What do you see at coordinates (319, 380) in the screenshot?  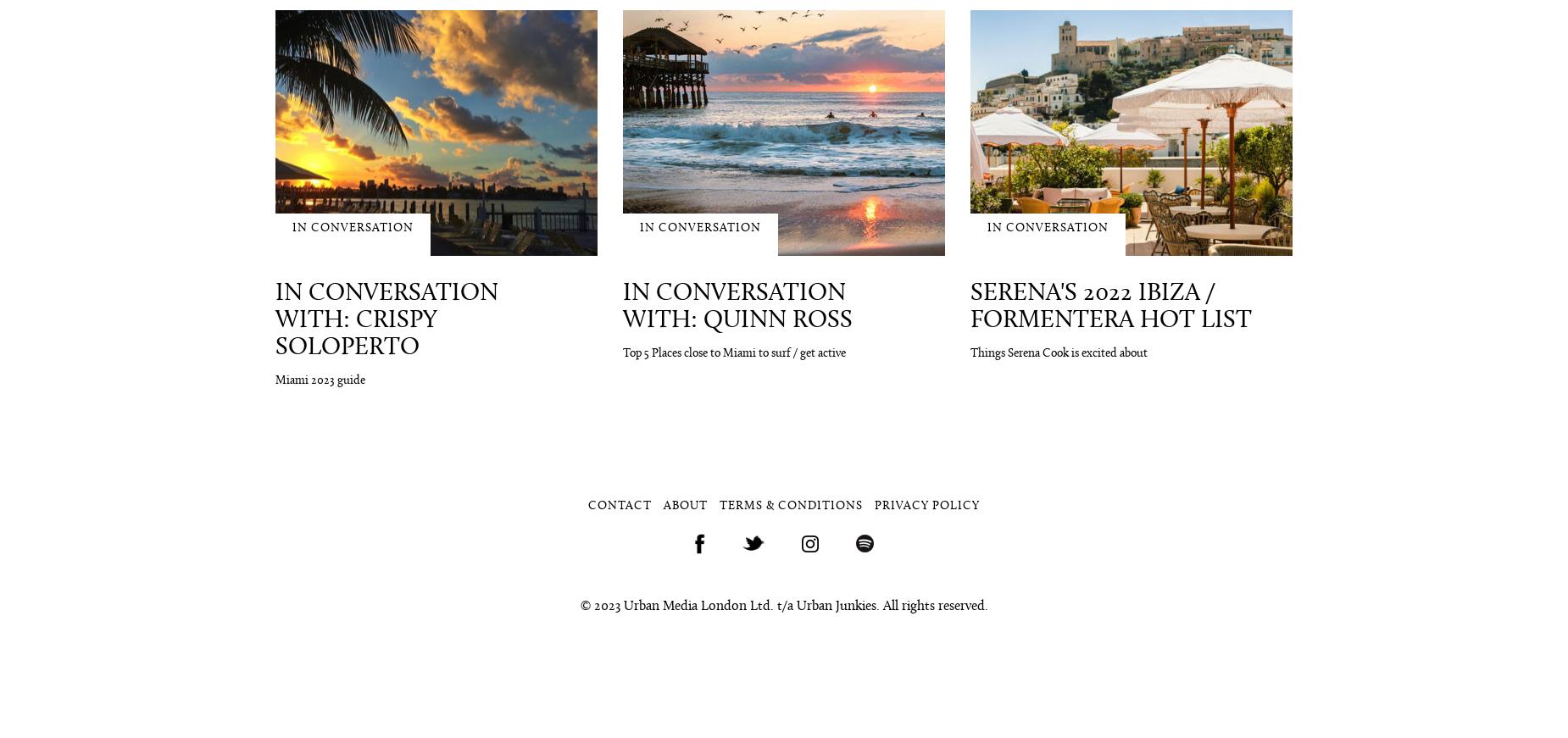 I see `'Miami 2023 guide'` at bounding box center [319, 380].